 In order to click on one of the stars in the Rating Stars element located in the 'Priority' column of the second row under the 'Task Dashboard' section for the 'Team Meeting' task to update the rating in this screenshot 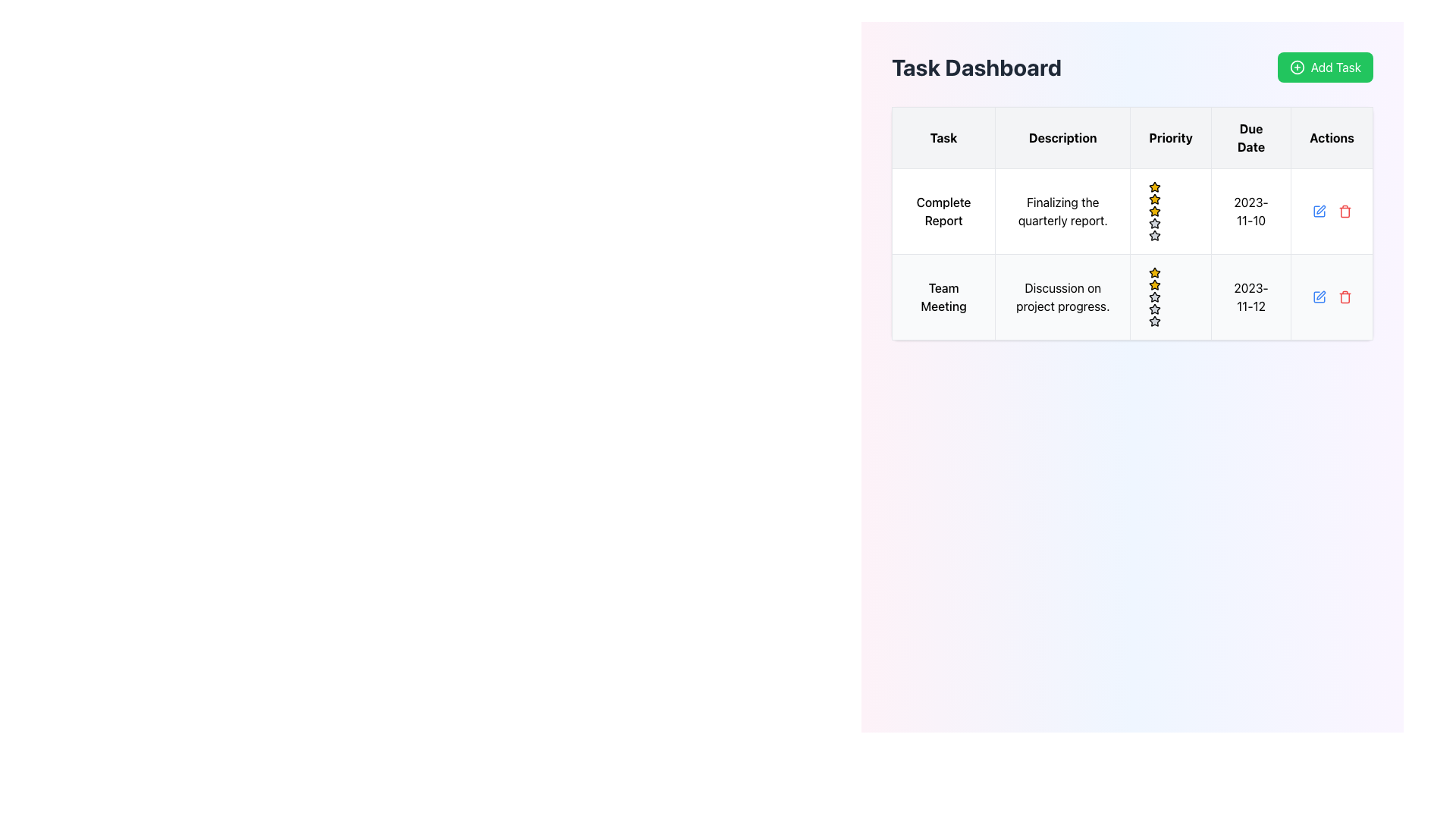, I will do `click(1170, 297)`.